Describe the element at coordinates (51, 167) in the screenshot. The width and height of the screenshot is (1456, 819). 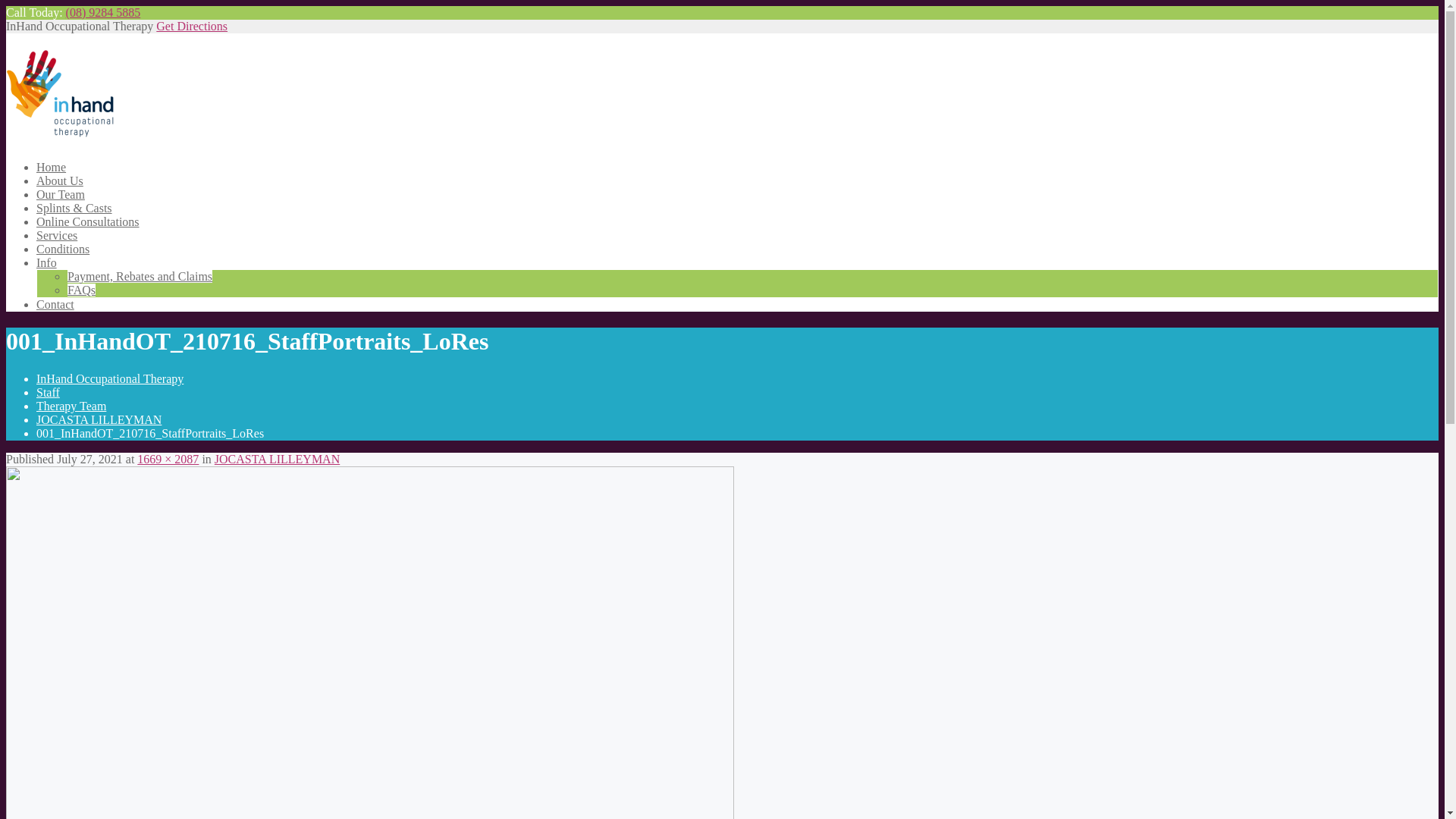
I see `'Home'` at that location.